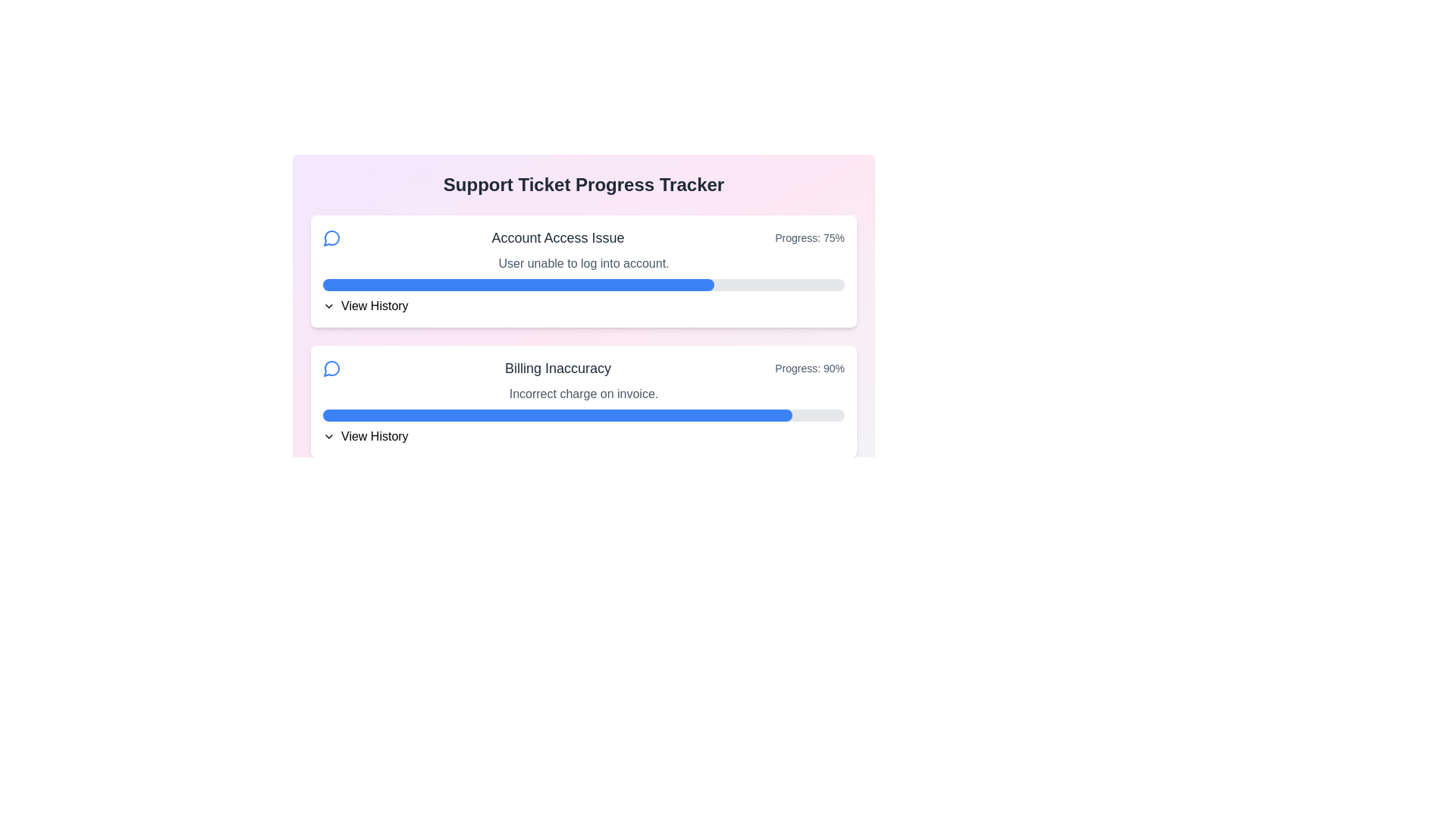 Image resolution: width=1456 pixels, height=819 pixels. Describe the element at coordinates (582, 436) in the screenshot. I see `the collapsible control section titled 'Billing Inaccuracy'` at that location.